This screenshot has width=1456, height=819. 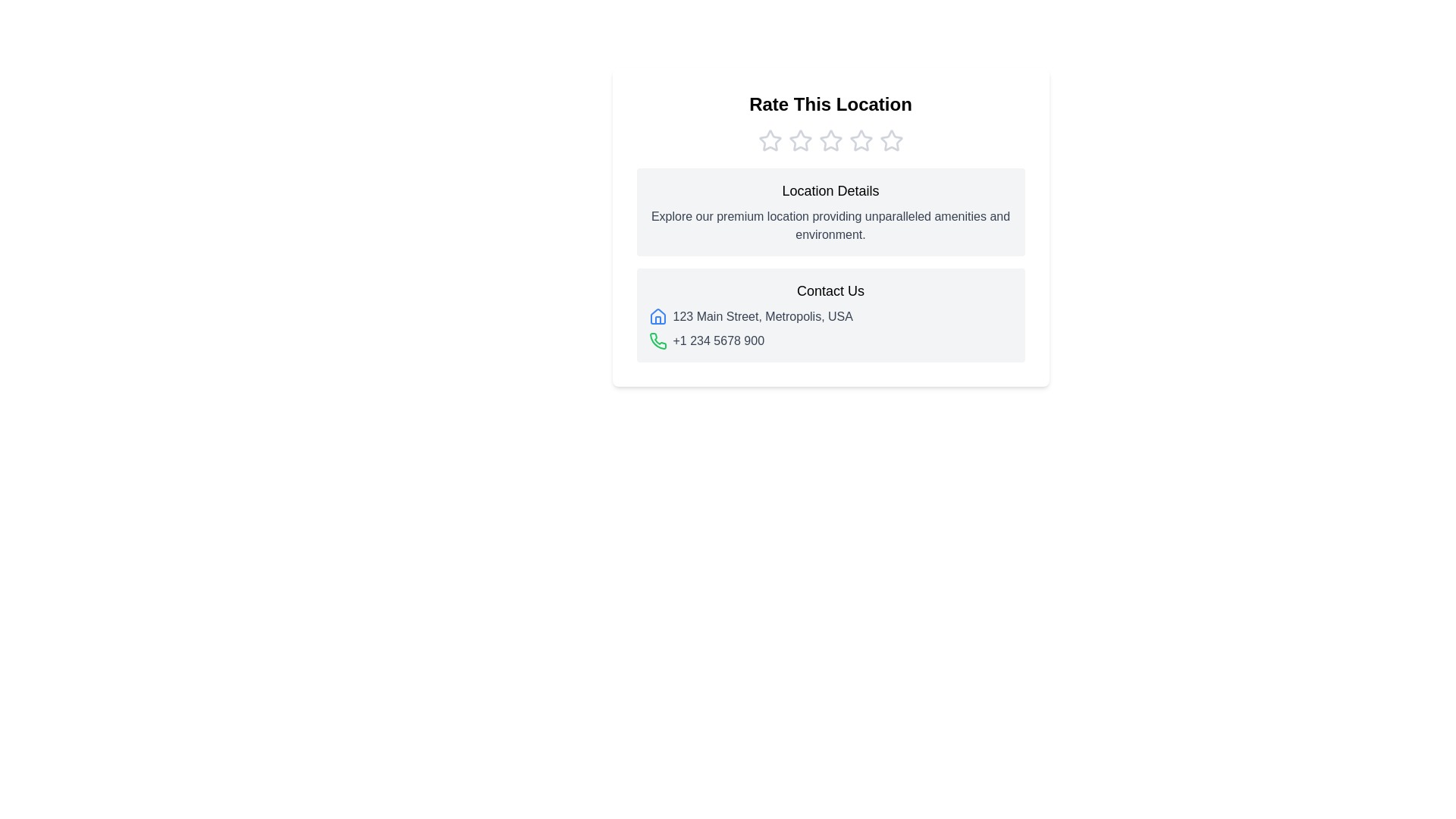 What do you see at coordinates (799, 140) in the screenshot?
I see `the second unfilled star icon` at bounding box center [799, 140].